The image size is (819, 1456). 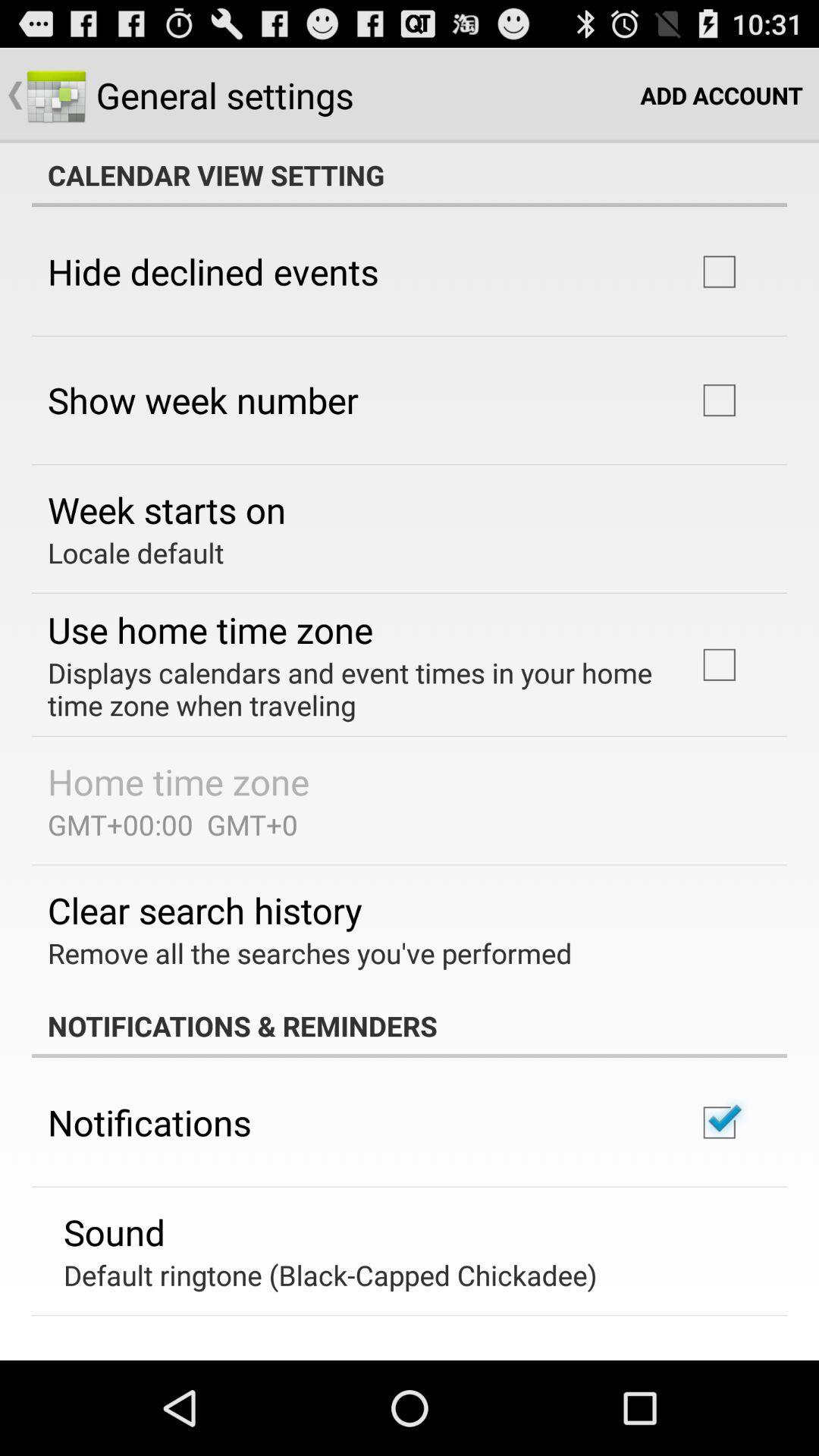 I want to click on item below the home time zone app, so click(x=171, y=824).